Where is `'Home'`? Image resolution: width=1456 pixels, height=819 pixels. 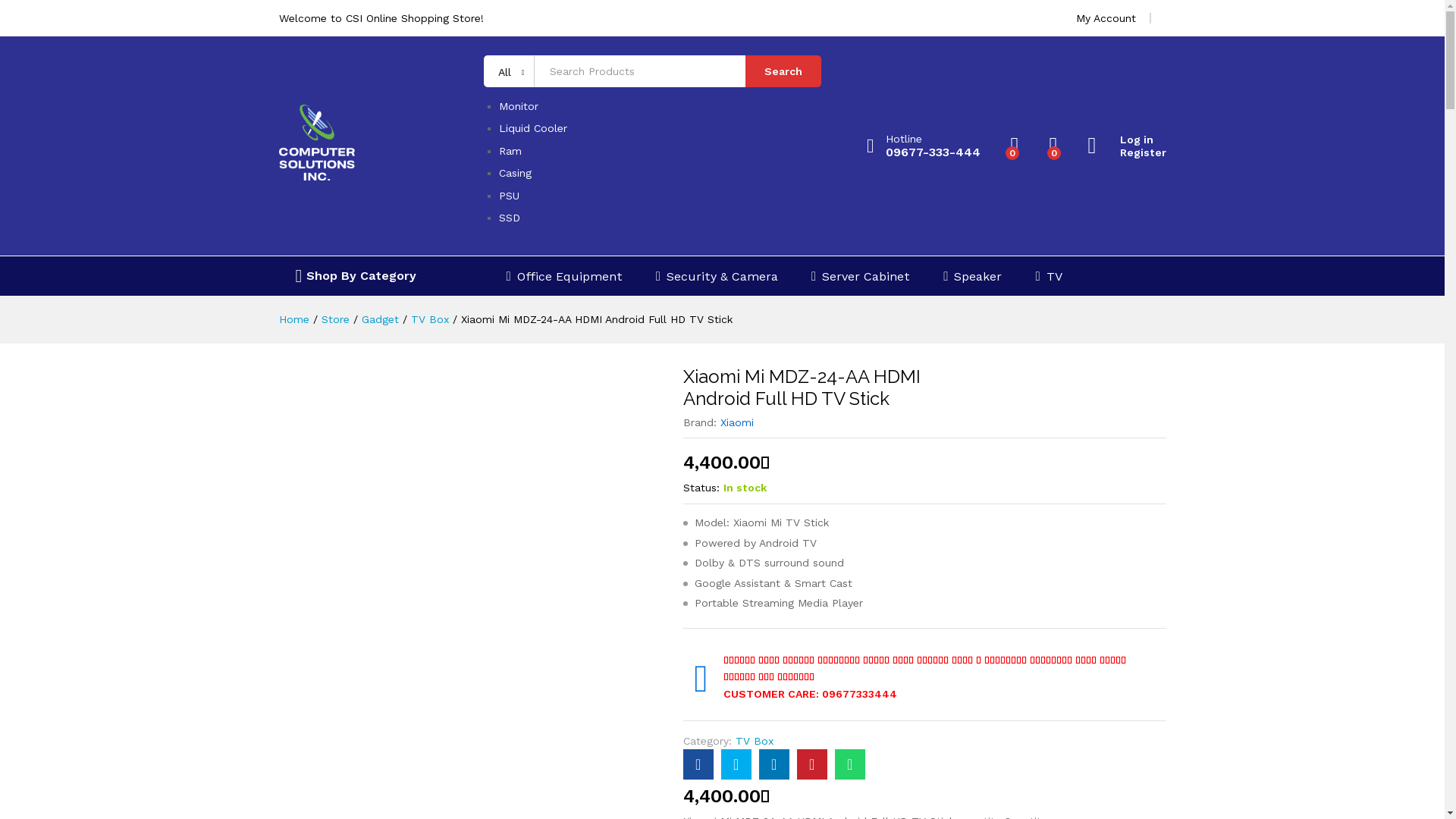
'Home' is located at coordinates (279, 318).